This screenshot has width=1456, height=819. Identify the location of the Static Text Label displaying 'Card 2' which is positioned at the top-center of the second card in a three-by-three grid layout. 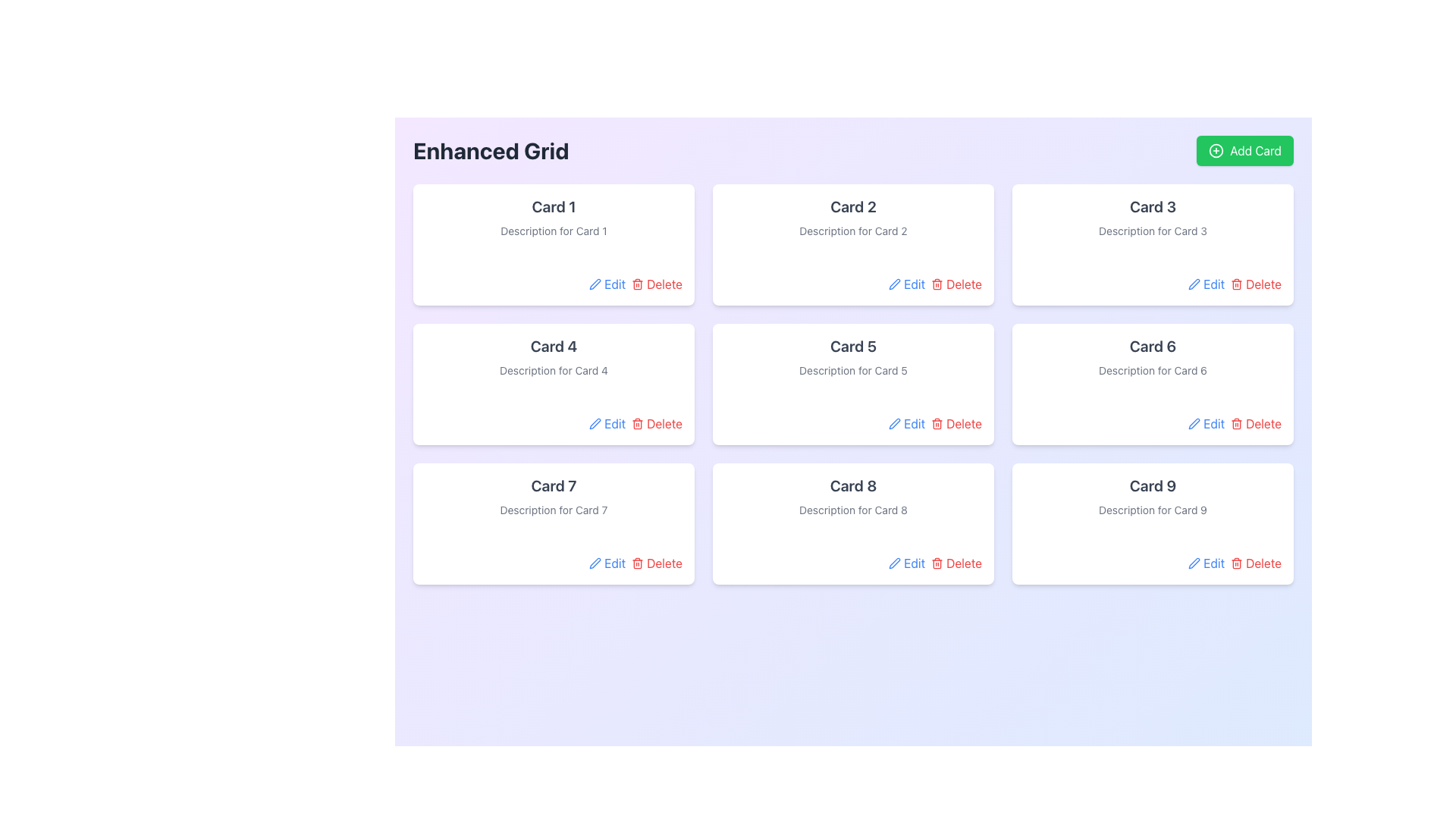
(853, 207).